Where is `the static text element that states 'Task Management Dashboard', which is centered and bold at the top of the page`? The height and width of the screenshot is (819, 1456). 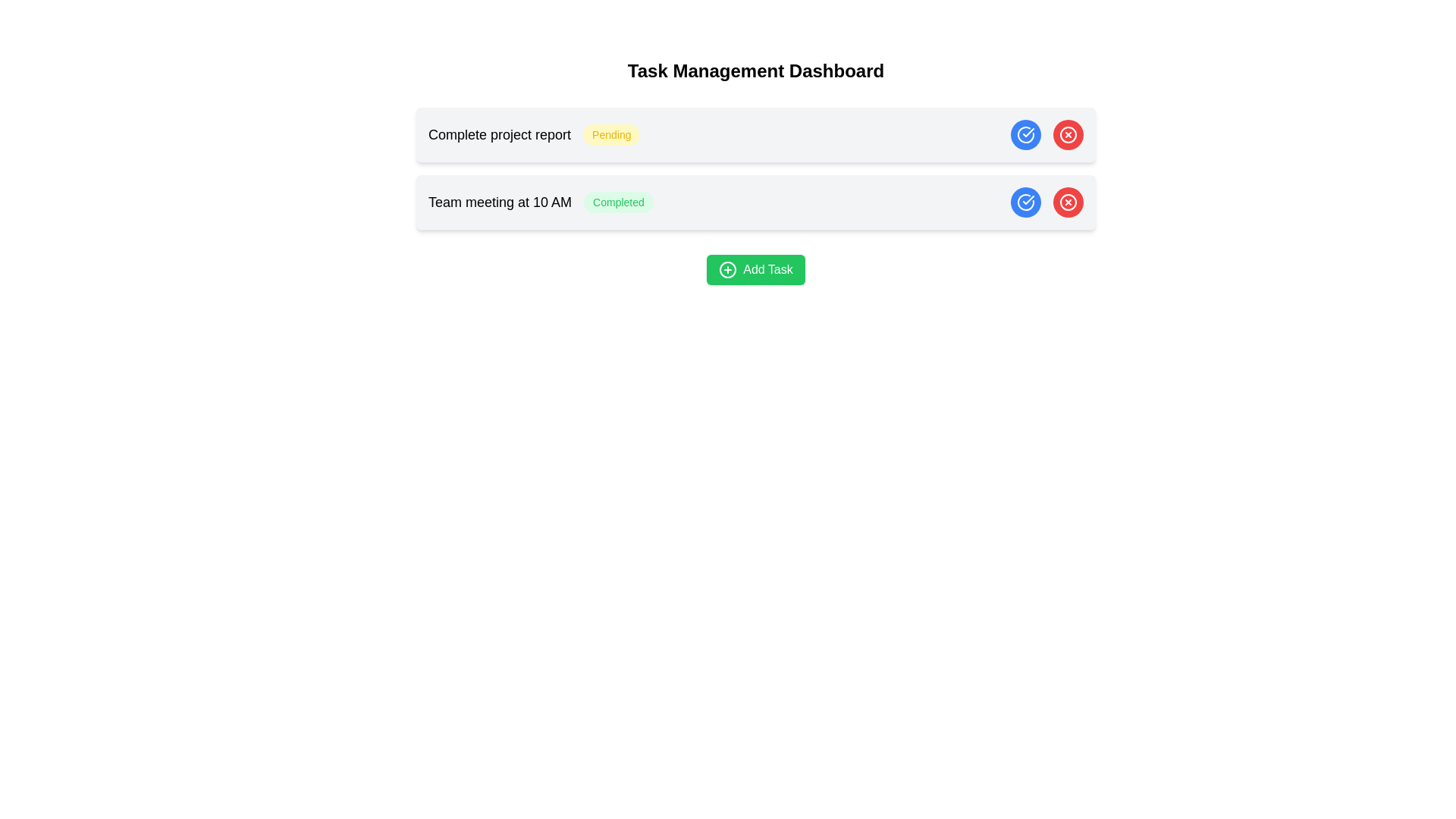
the static text element that states 'Task Management Dashboard', which is centered and bold at the top of the page is located at coordinates (756, 71).